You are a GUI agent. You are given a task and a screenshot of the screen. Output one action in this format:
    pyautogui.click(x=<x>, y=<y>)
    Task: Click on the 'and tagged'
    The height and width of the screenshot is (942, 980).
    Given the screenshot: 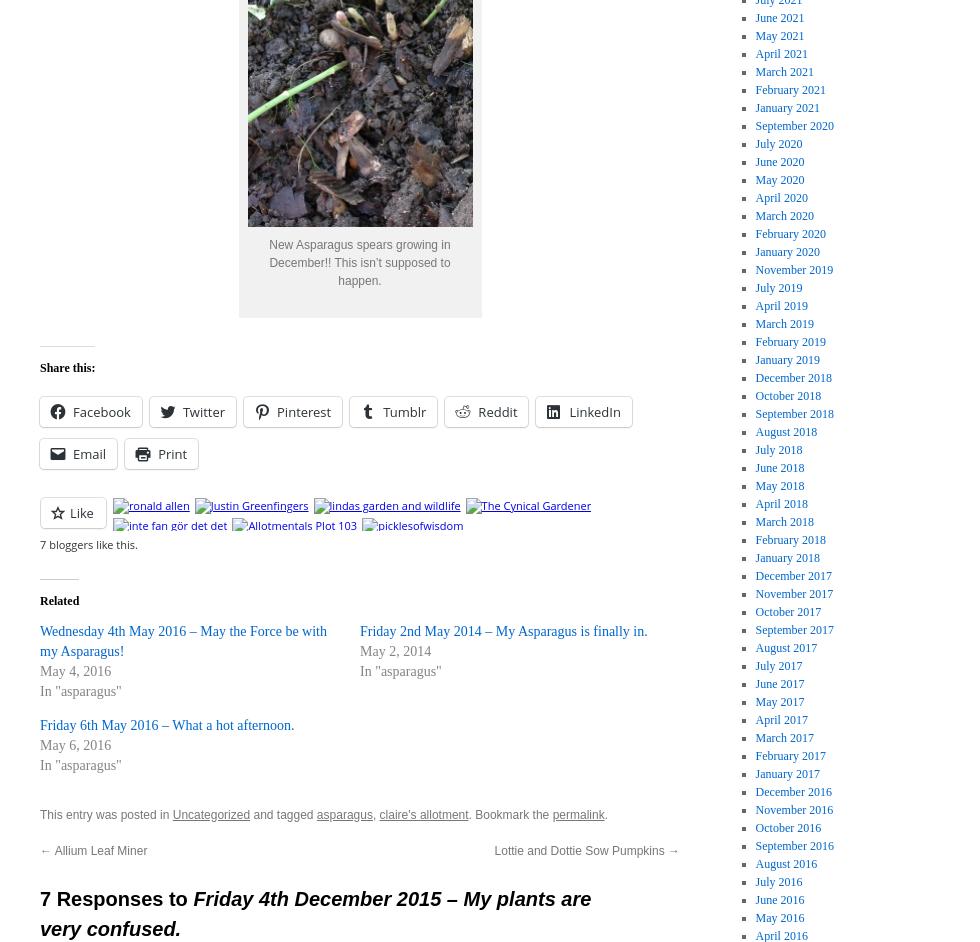 What is the action you would take?
    pyautogui.click(x=283, y=812)
    